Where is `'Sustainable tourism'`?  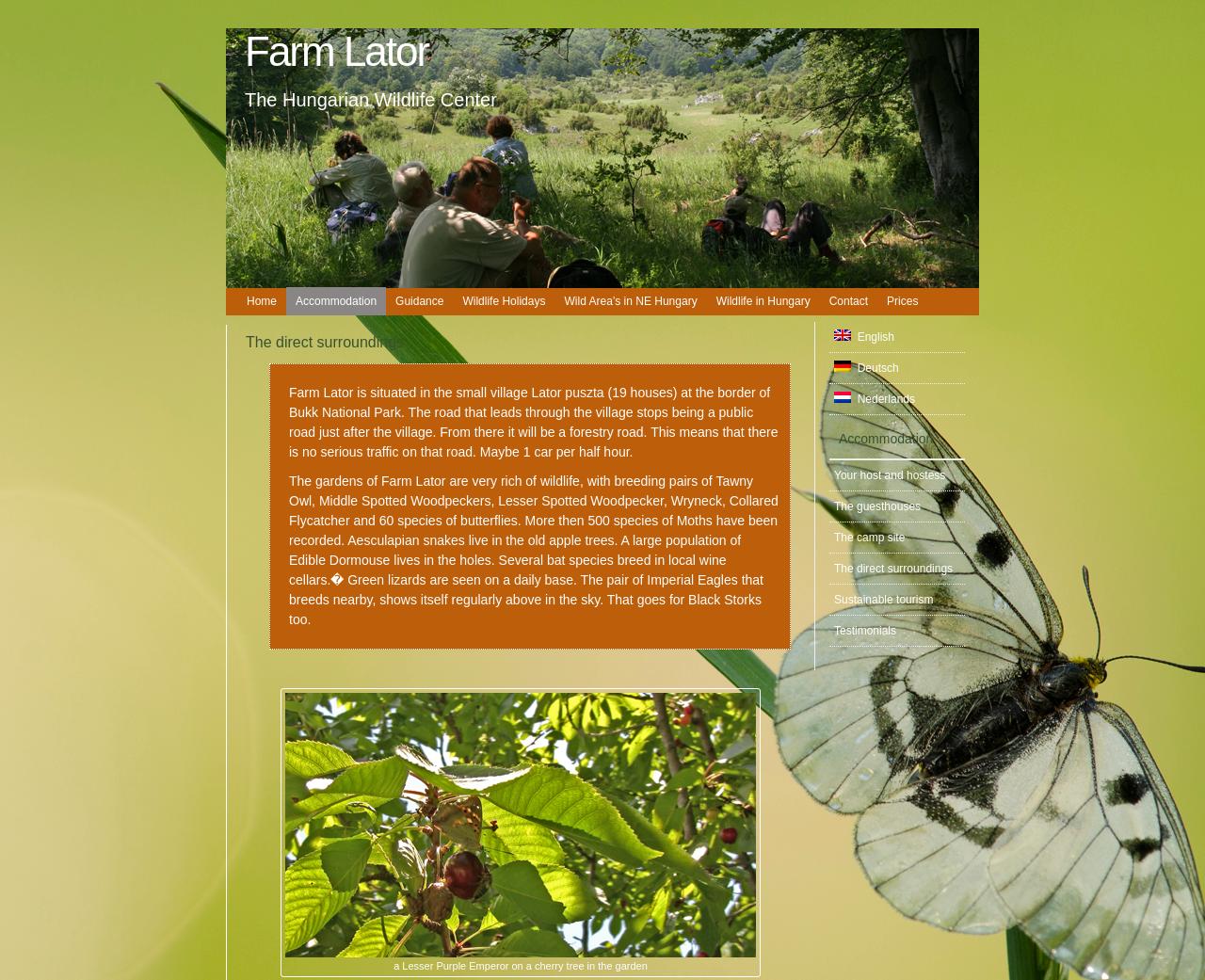
'Sustainable tourism' is located at coordinates (882, 598).